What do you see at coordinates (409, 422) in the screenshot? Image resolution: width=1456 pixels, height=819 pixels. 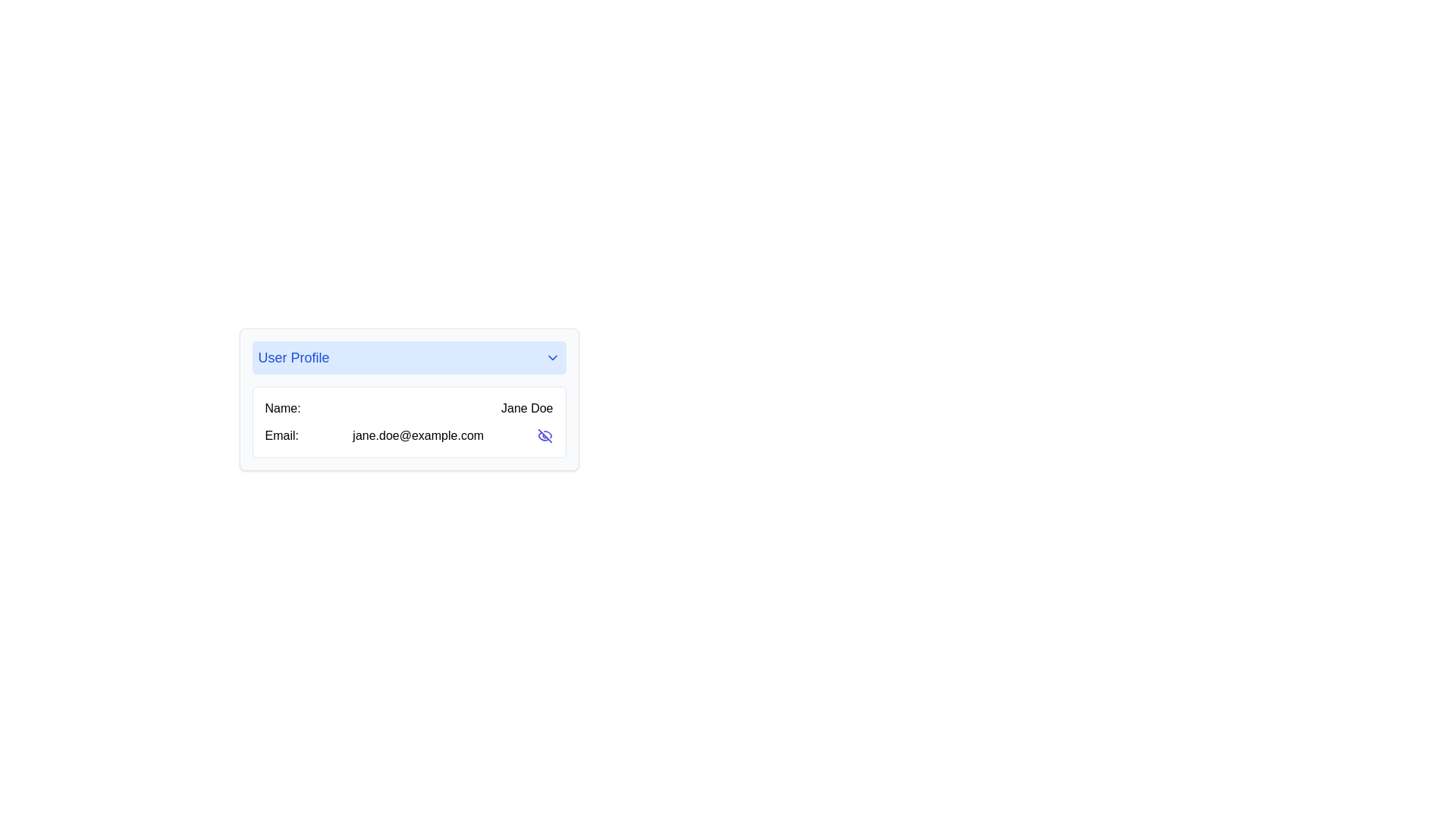 I see `the Information display card located in the 'User Profile' panel` at bounding box center [409, 422].